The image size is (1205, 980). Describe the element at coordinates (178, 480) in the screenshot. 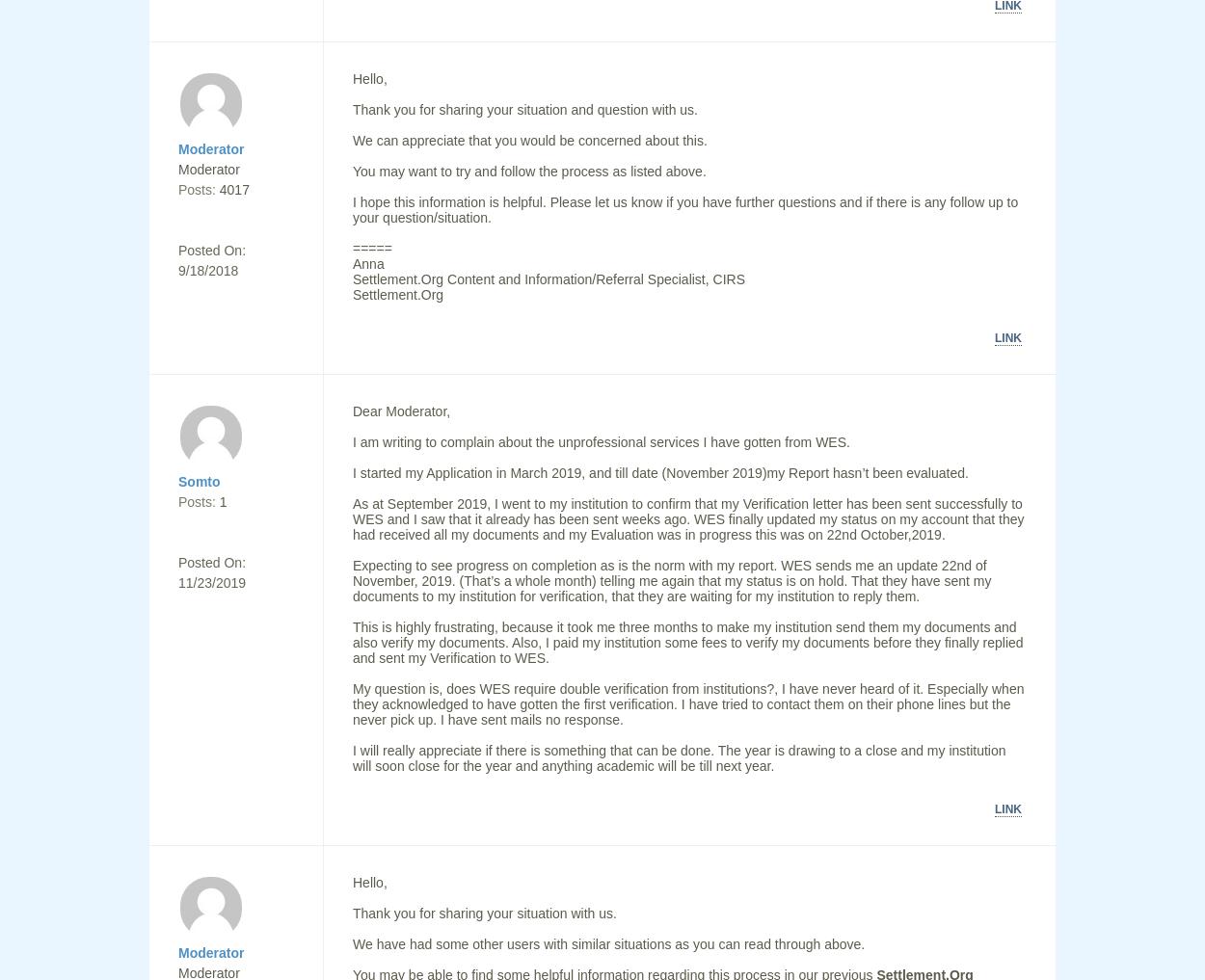

I see `'Somto'` at that location.